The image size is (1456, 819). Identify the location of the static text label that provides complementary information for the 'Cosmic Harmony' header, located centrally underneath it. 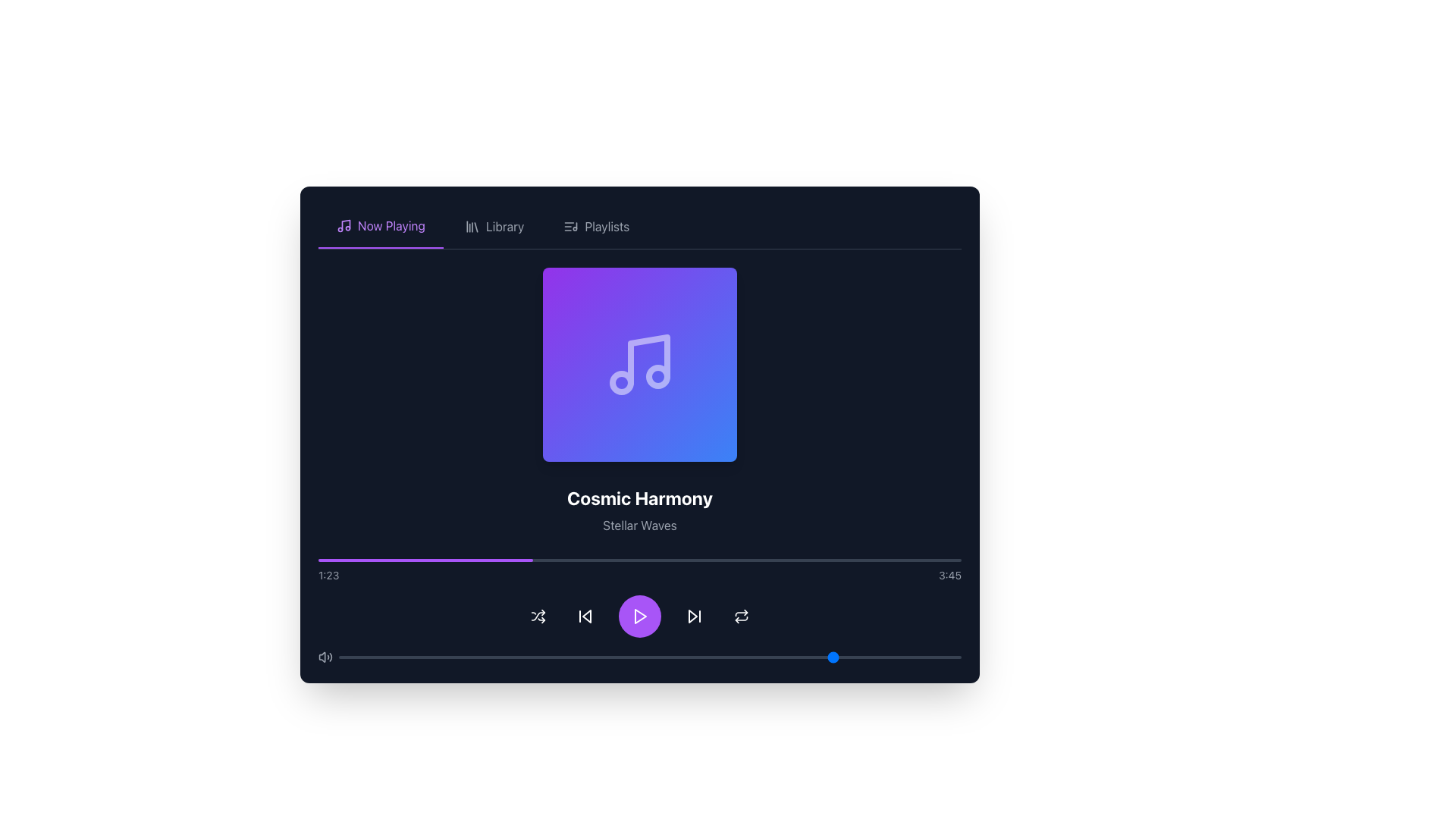
(640, 525).